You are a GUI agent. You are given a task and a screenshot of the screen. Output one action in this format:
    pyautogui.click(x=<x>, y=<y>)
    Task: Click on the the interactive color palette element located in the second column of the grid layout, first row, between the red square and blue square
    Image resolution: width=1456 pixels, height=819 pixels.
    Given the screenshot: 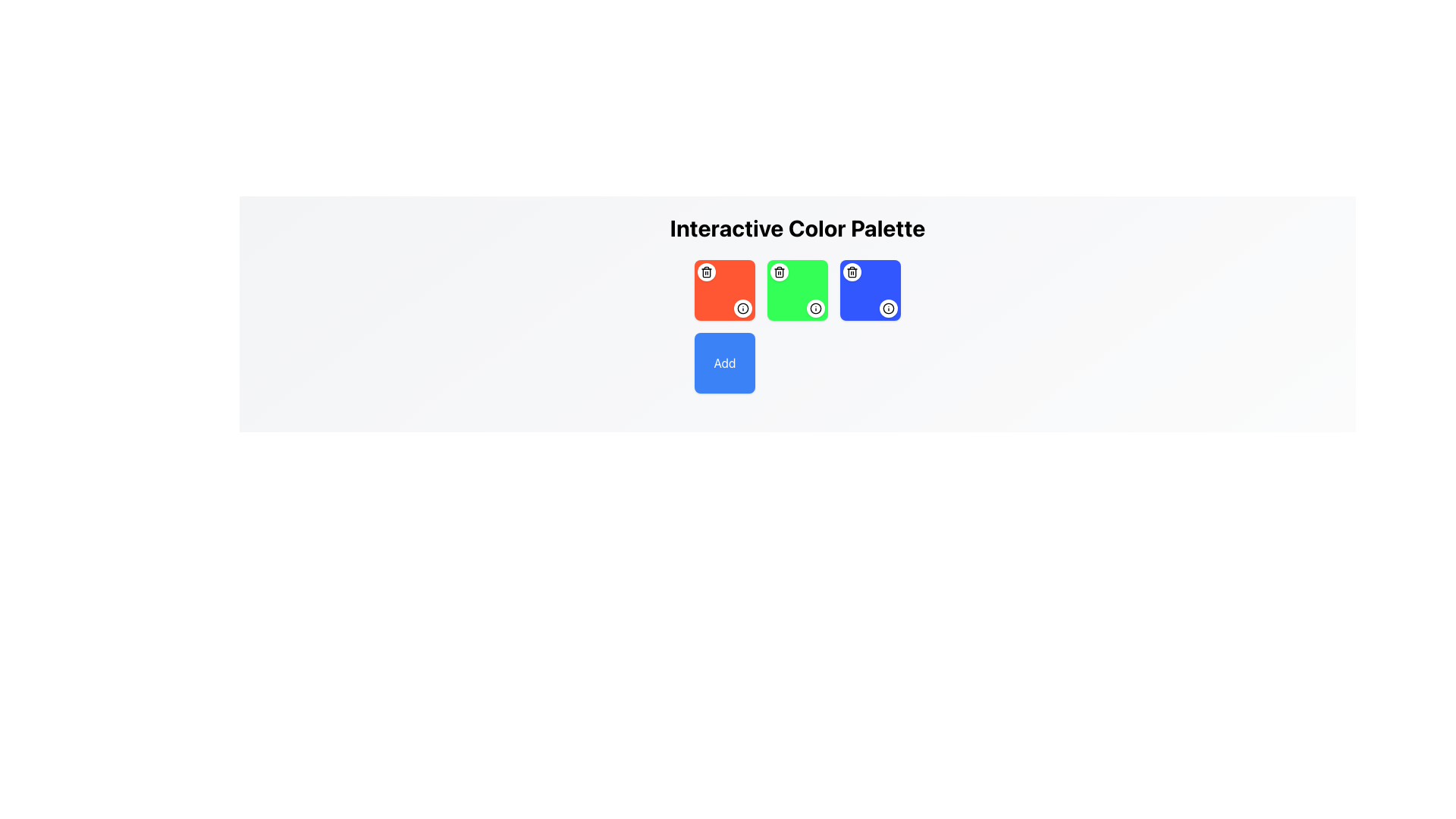 What is the action you would take?
    pyautogui.click(x=796, y=290)
    